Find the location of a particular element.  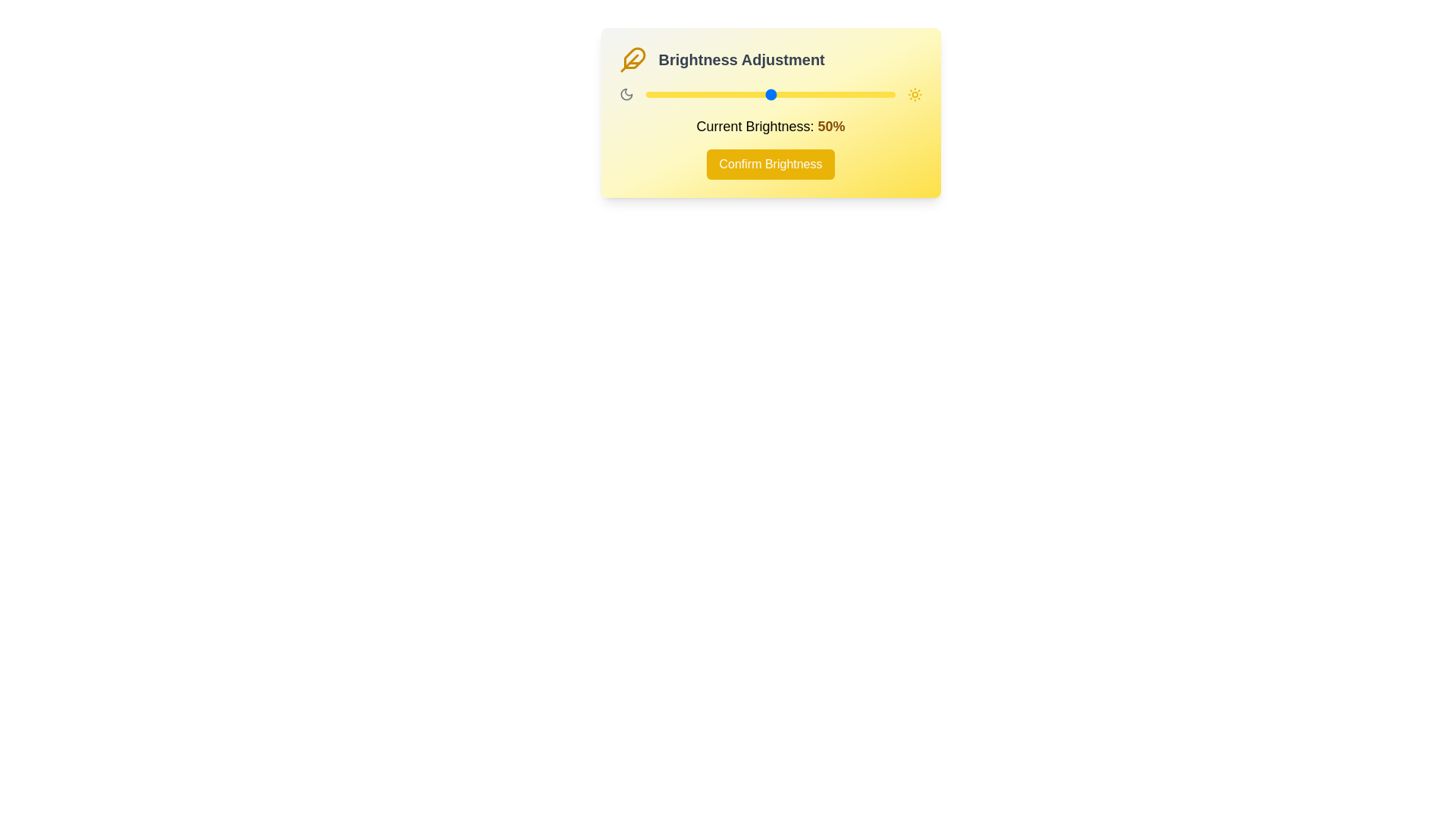

the brightness to 99% by dragging the slider is located at coordinates (892, 94).